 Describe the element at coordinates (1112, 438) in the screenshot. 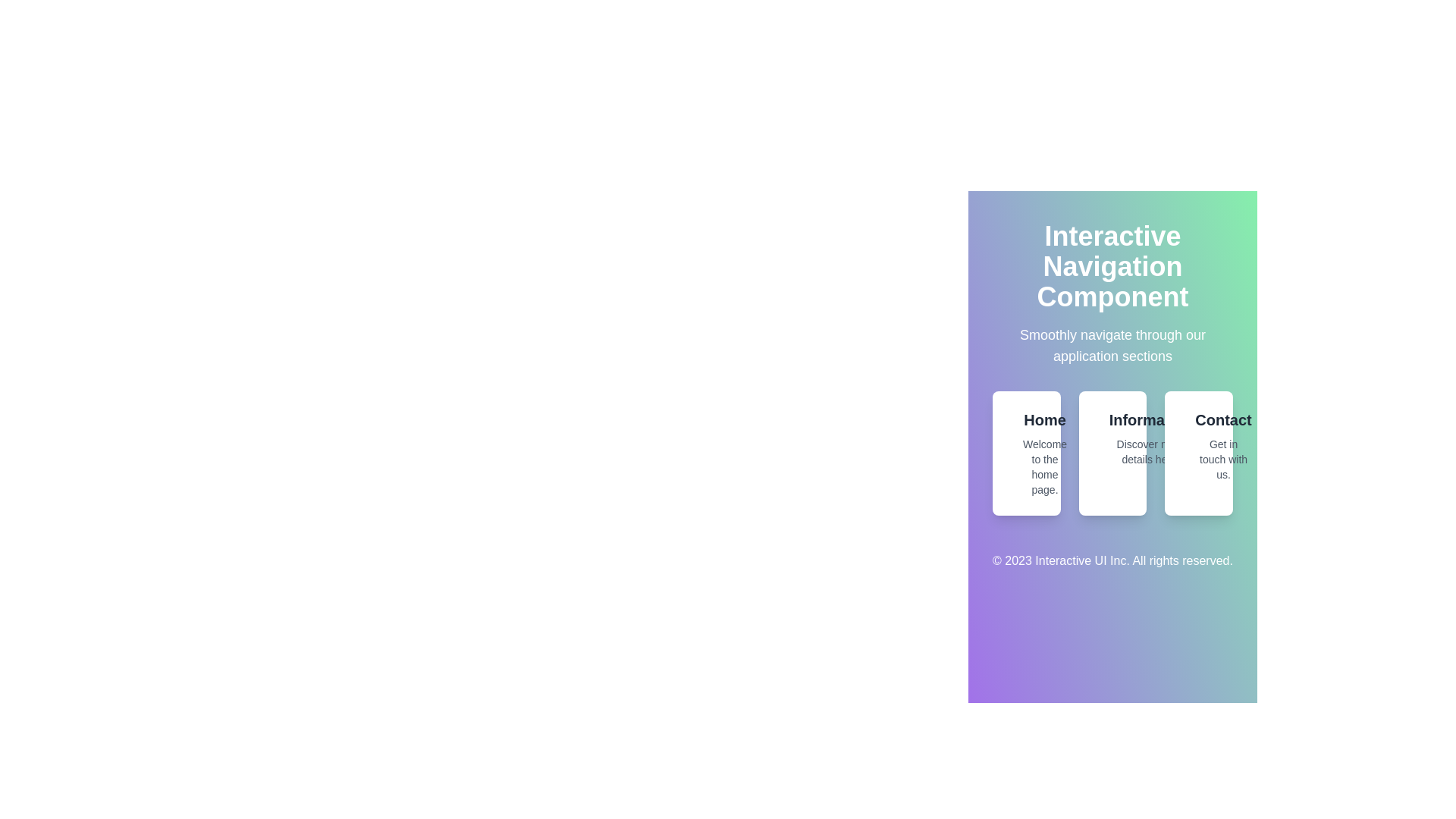

I see `displayed text in the 'Information' text and icon block, which is the middle card in the Interactive Navigation Component` at that location.